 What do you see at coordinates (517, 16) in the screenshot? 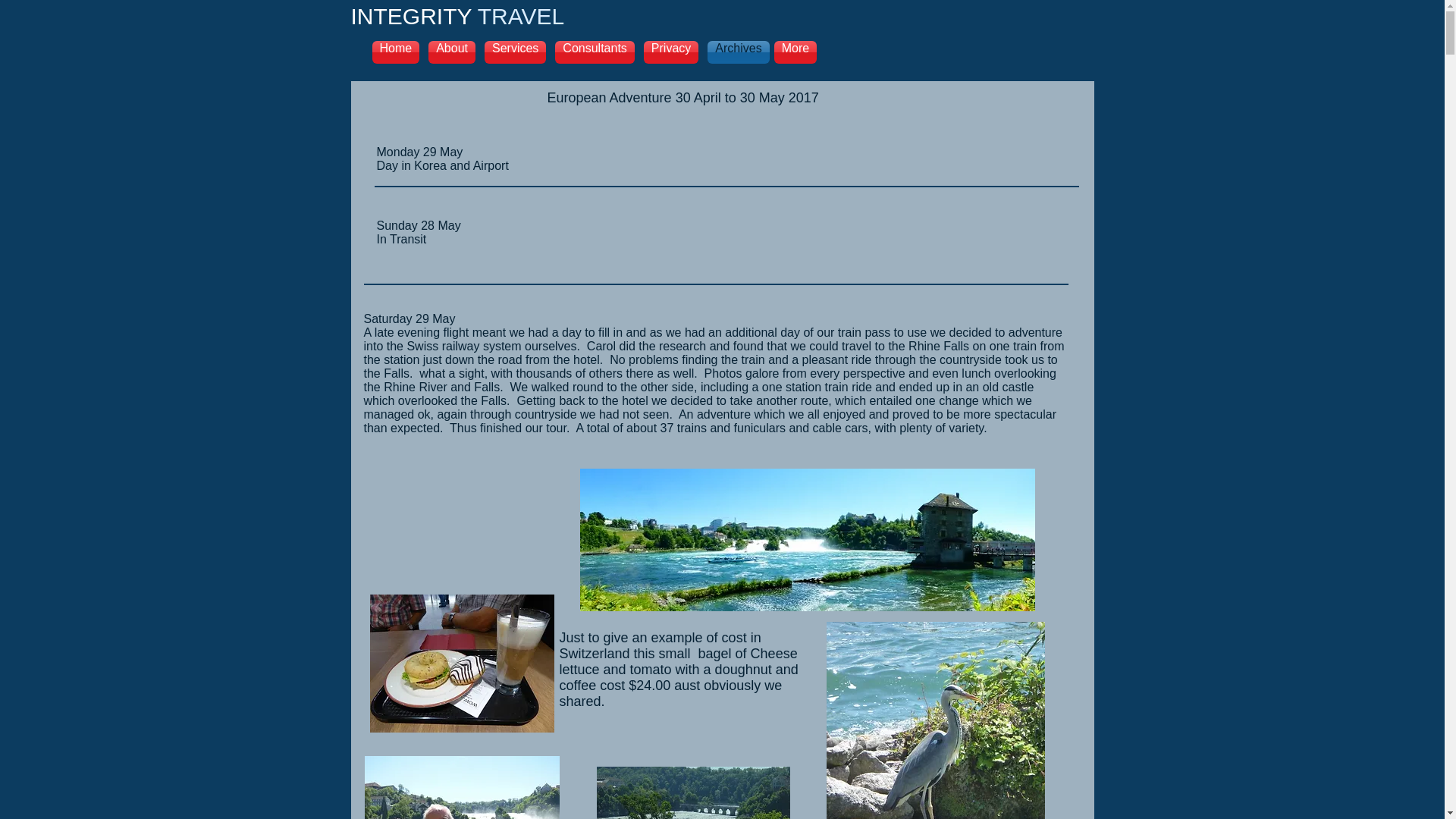
I see `' TRAVEL'` at bounding box center [517, 16].